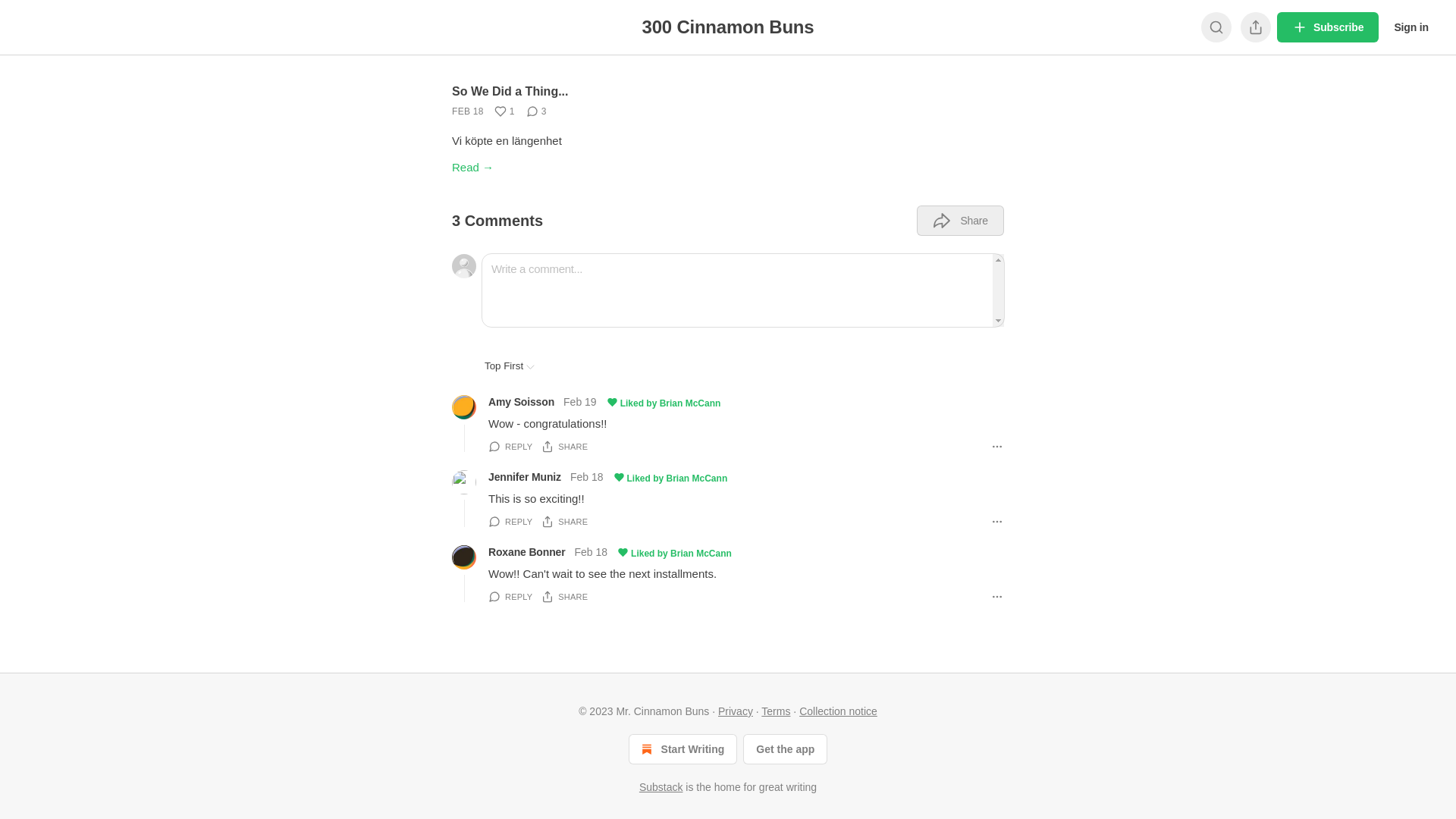  Describe the element at coordinates (742, 748) in the screenshot. I see `'Get the app'` at that location.